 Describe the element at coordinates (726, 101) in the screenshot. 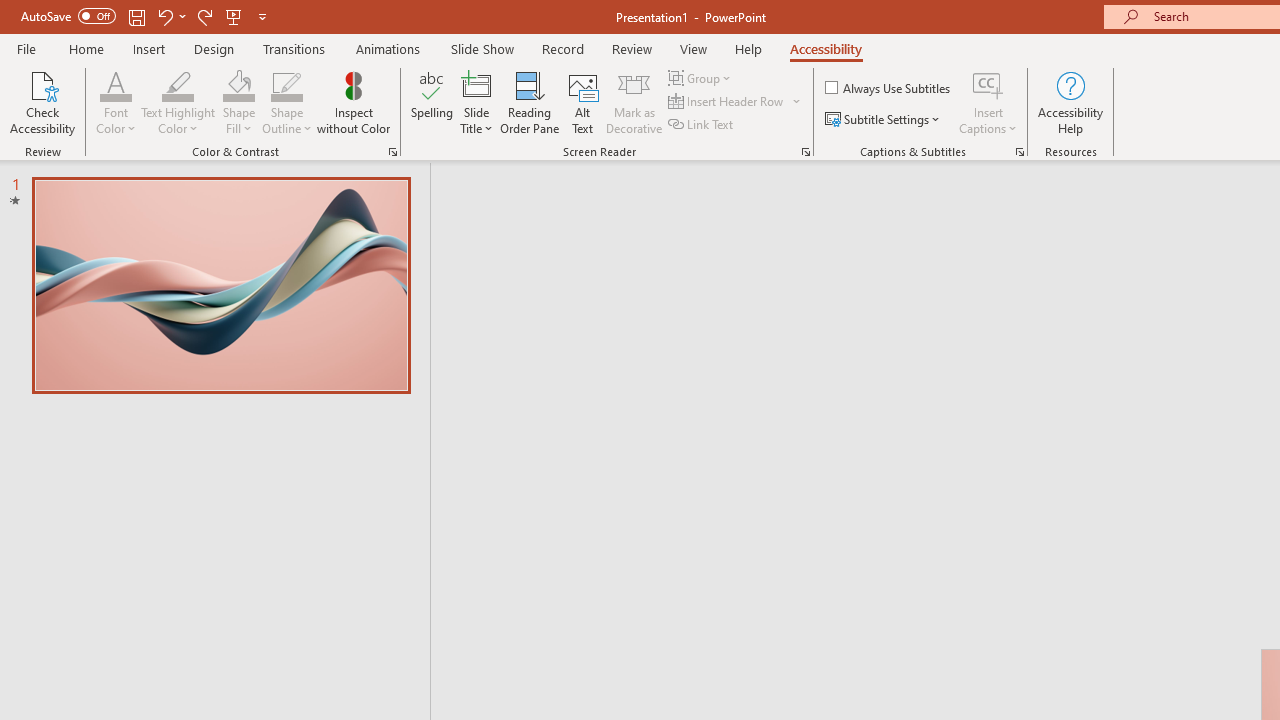

I see `'Insert Header Row'` at that location.